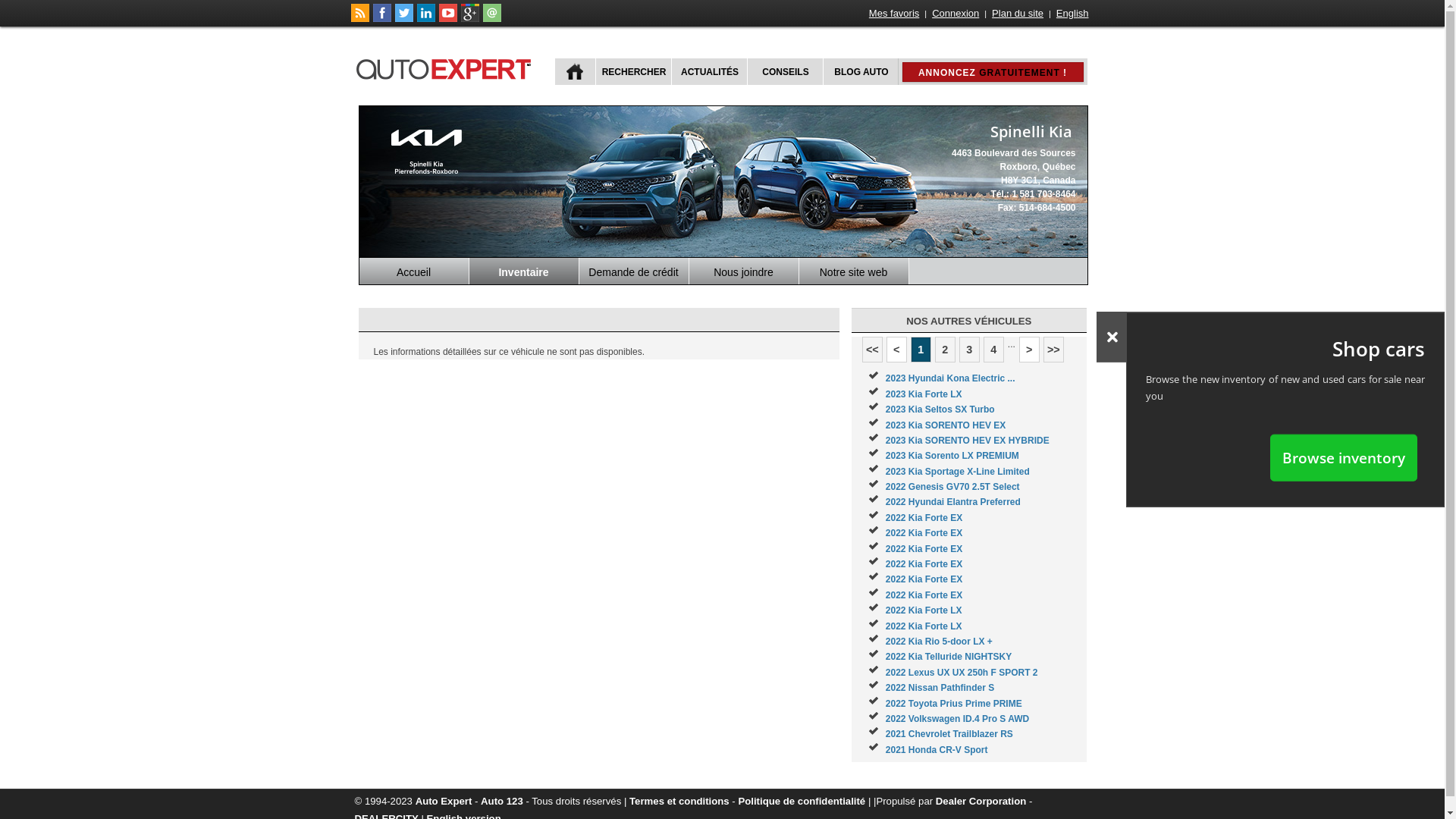 This screenshot has width=1456, height=819. I want to click on 'BLOG AUTO', so click(859, 71).